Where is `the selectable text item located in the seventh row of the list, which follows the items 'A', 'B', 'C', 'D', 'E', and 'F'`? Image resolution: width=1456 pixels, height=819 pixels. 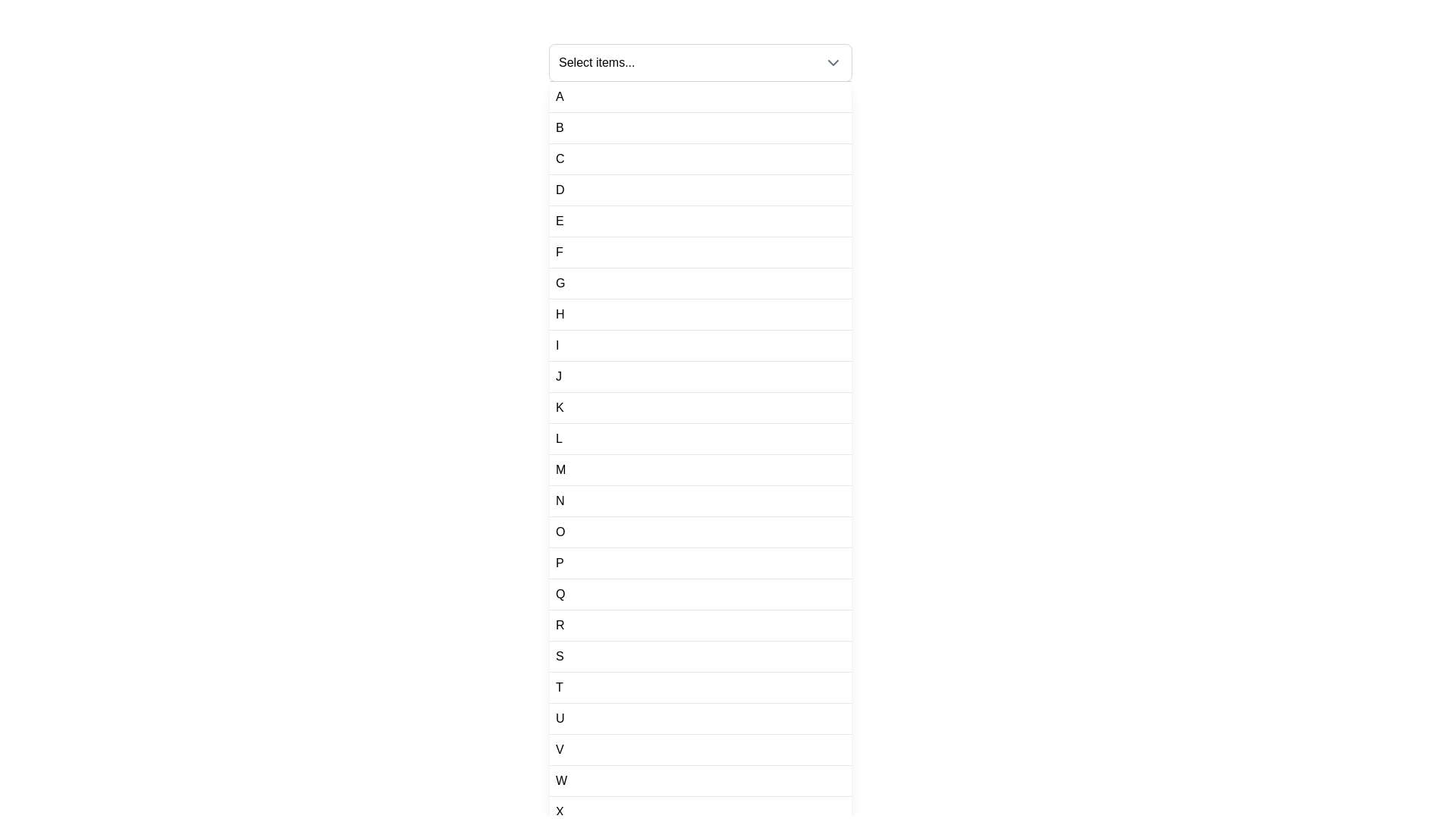
the selectable text item located in the seventh row of the list, which follows the items 'A', 'B', 'C', 'D', 'E', and 'F' is located at coordinates (560, 284).